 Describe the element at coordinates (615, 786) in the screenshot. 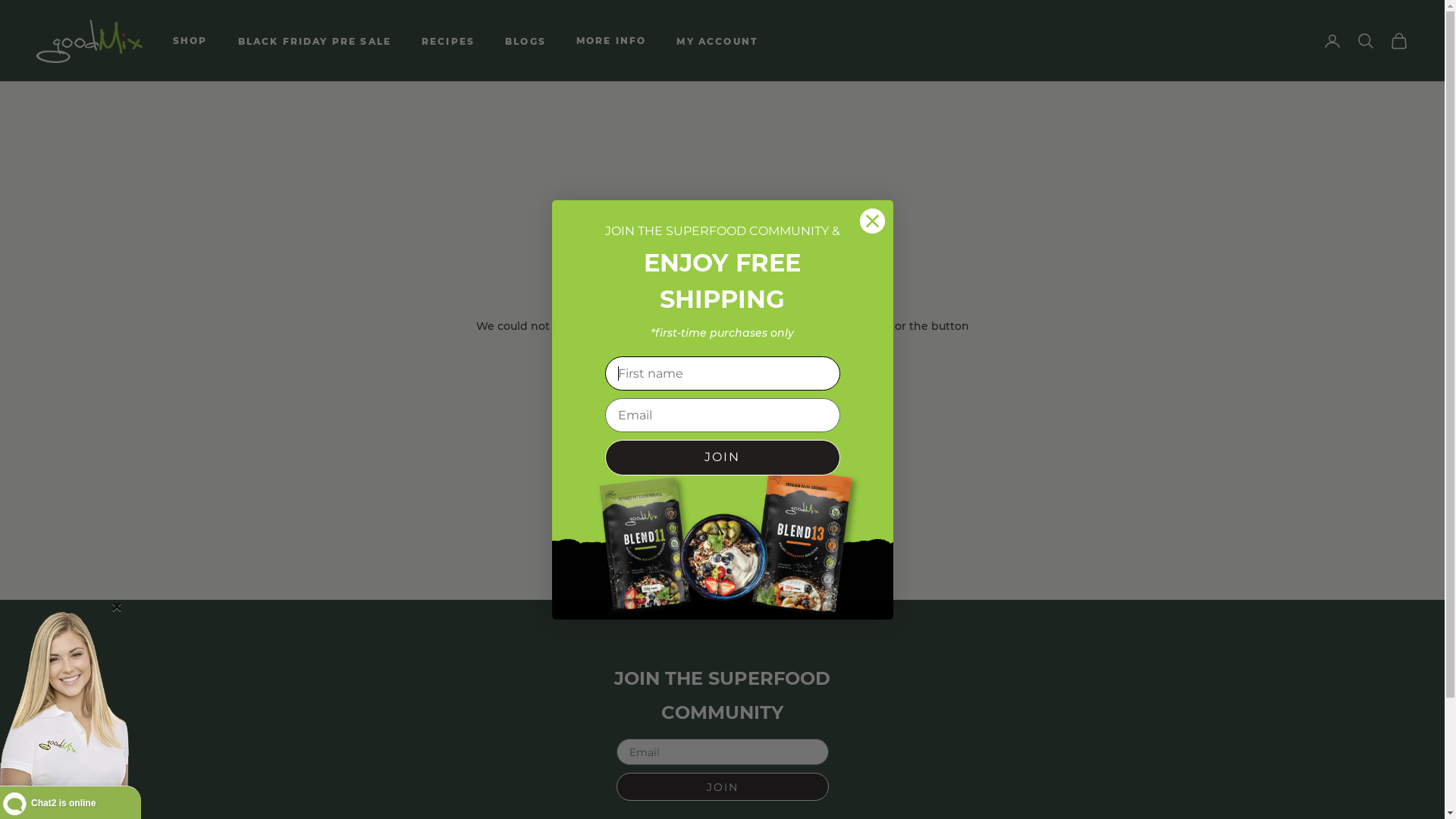

I see `'JOIN'` at that location.